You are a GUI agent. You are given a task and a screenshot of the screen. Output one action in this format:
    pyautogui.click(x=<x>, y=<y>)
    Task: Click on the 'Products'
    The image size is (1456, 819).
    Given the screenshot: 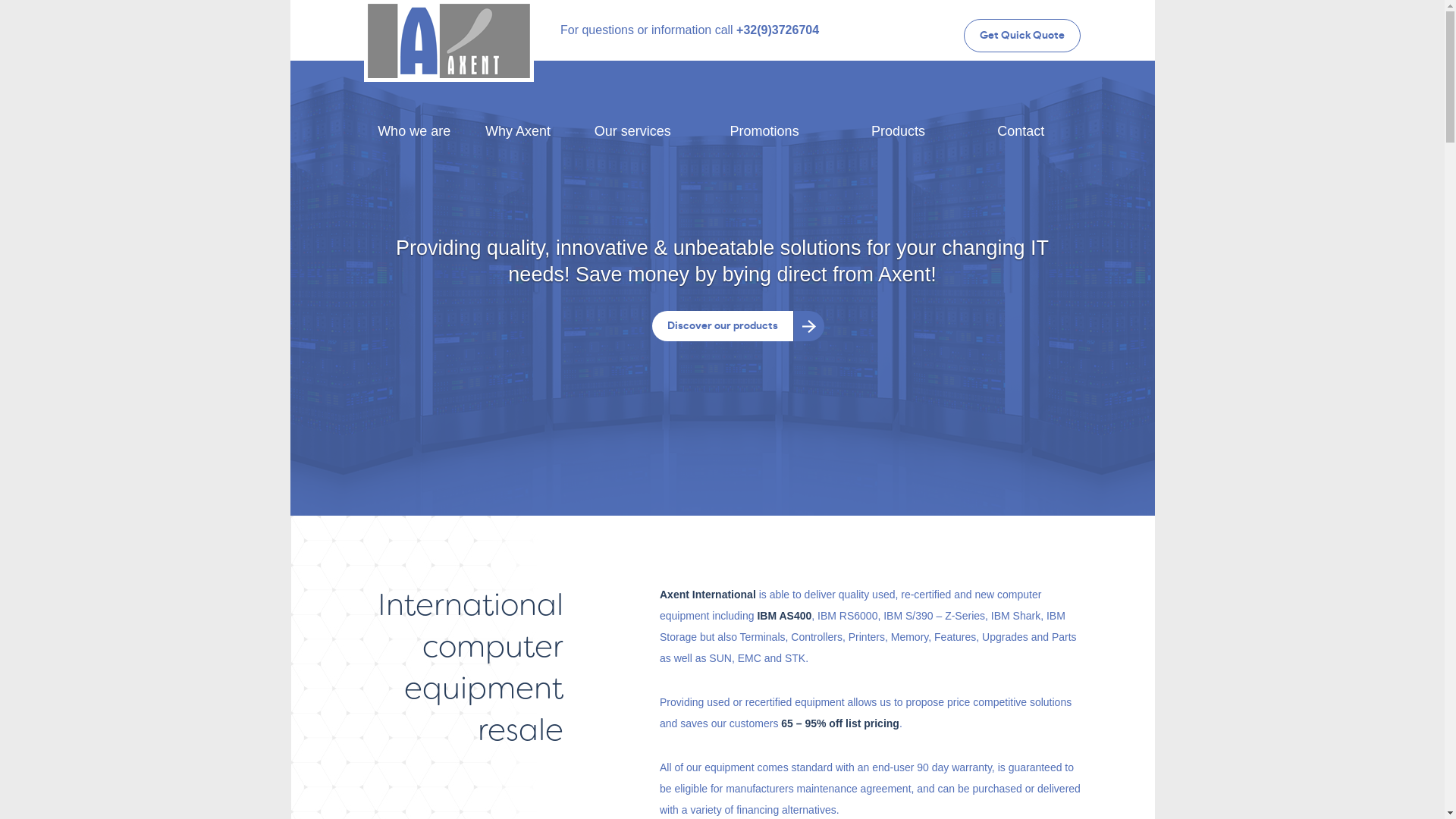 What is the action you would take?
    pyautogui.click(x=898, y=130)
    